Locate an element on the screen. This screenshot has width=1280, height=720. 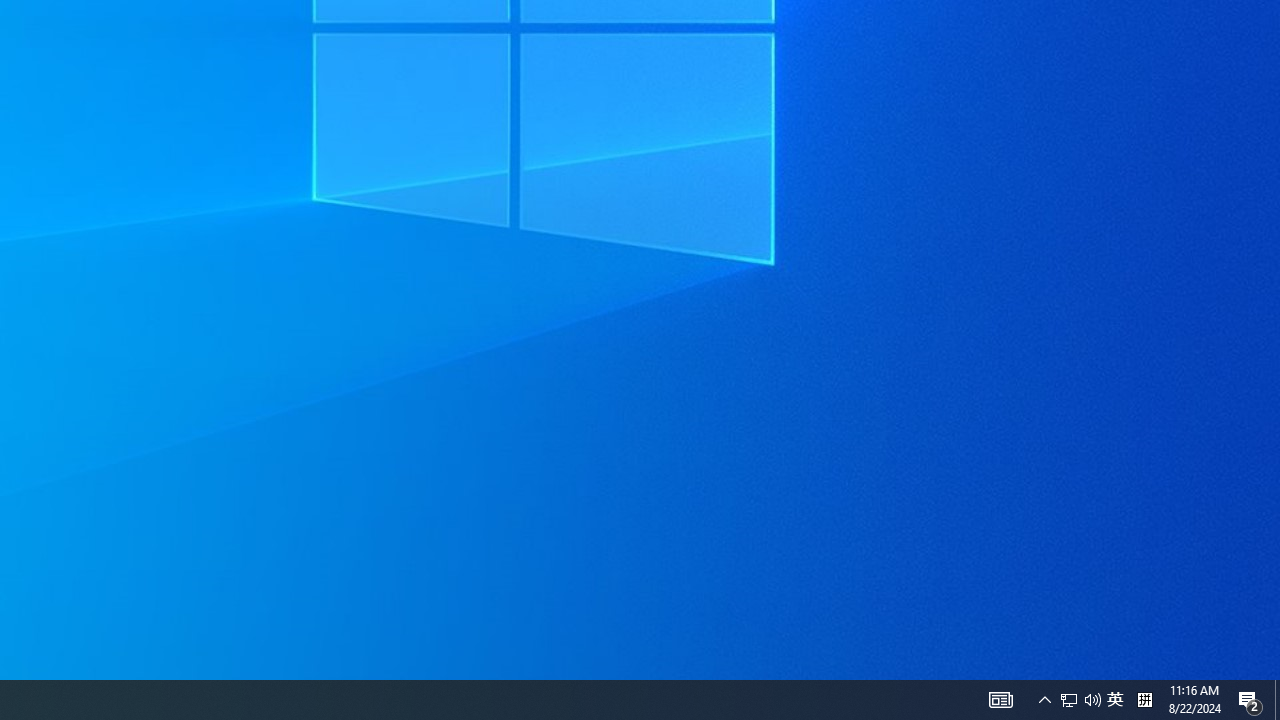
'Action Center, 2 new notifications' is located at coordinates (1250, 698).